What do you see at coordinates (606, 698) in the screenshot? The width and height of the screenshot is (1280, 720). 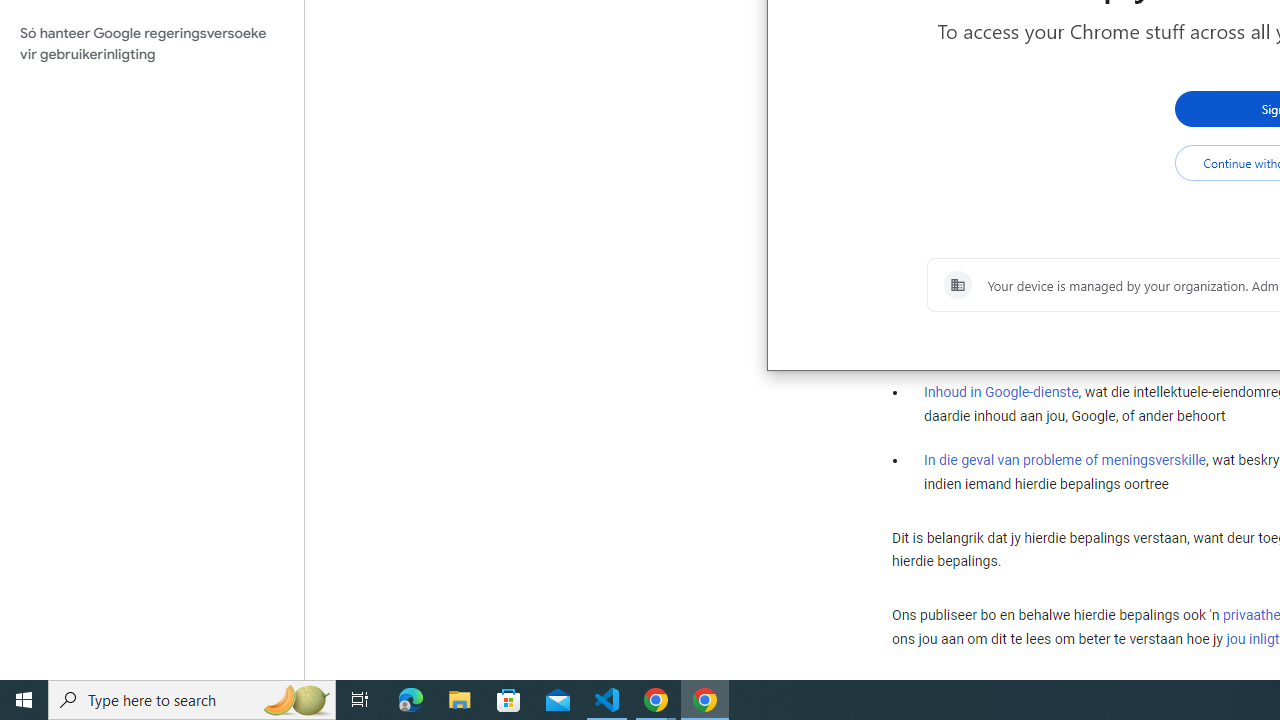 I see `'Visual Studio Code - 1 running window'` at bounding box center [606, 698].